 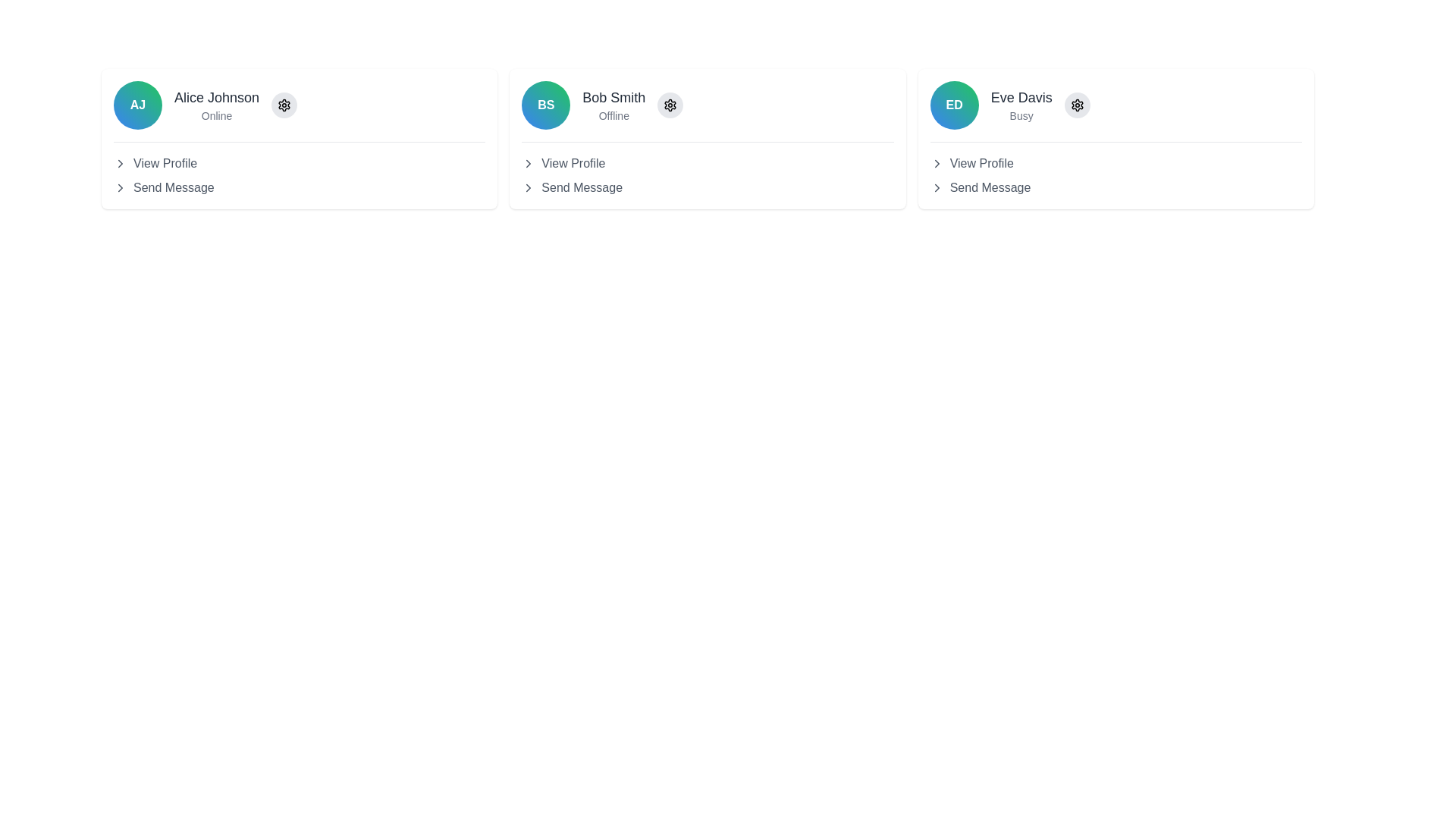 What do you see at coordinates (546, 104) in the screenshot?
I see `the circular badge with a gradient background and bold initials 'BS' for the profile section of 'Bob Smith'` at bounding box center [546, 104].